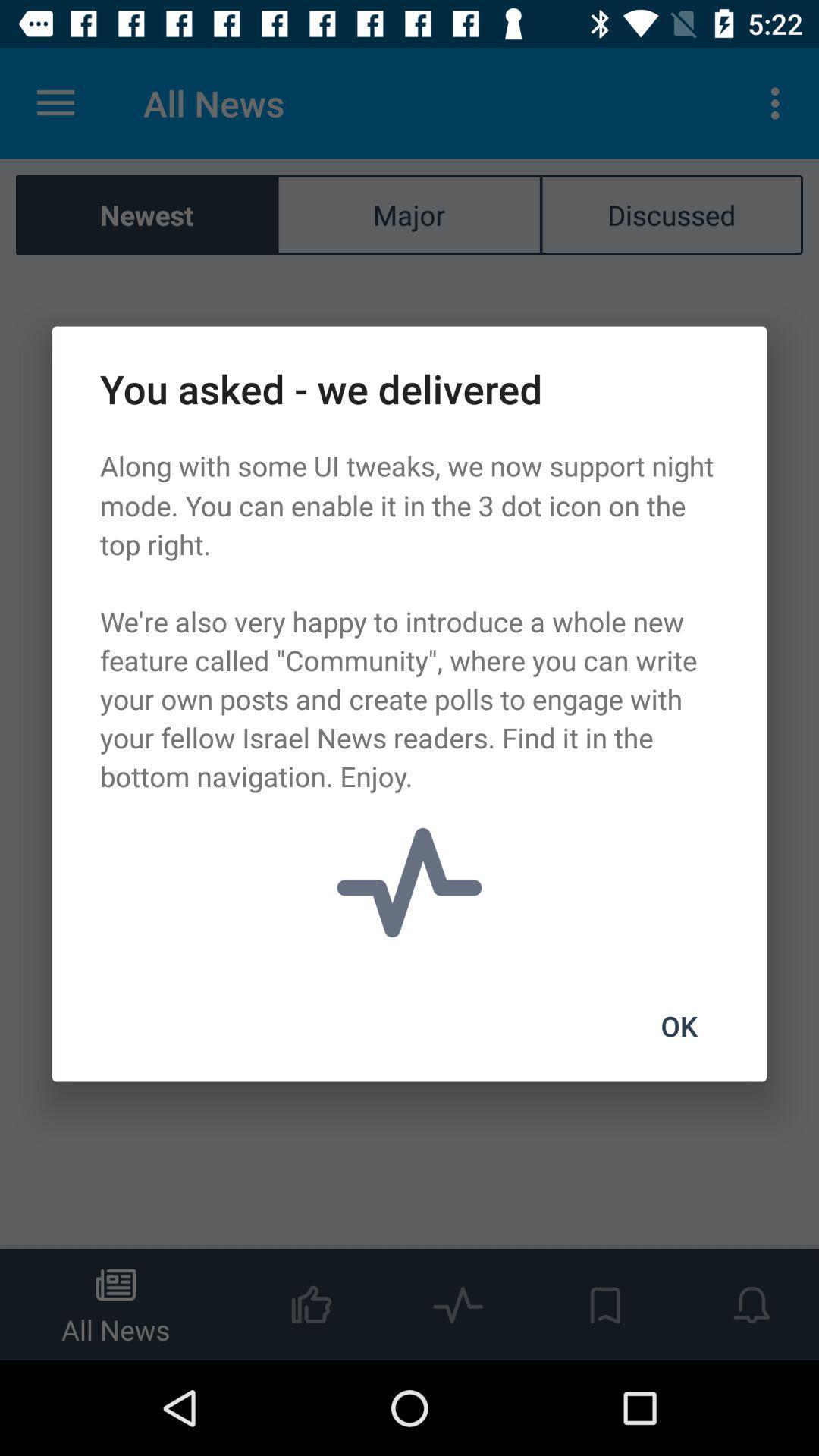  What do you see at coordinates (678, 1026) in the screenshot?
I see `ok icon` at bounding box center [678, 1026].